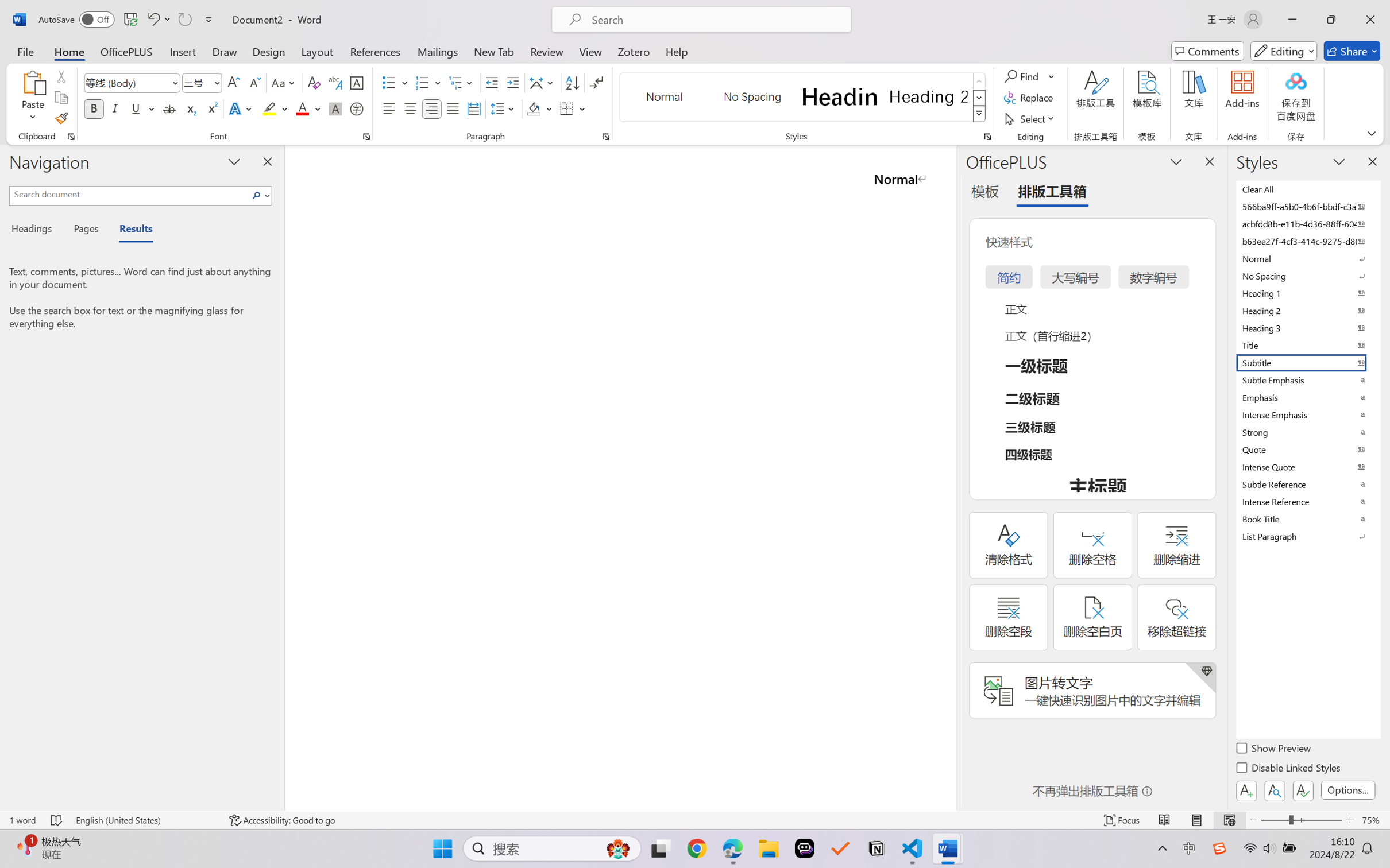  Describe the element at coordinates (94, 108) in the screenshot. I see `'Bold'` at that location.